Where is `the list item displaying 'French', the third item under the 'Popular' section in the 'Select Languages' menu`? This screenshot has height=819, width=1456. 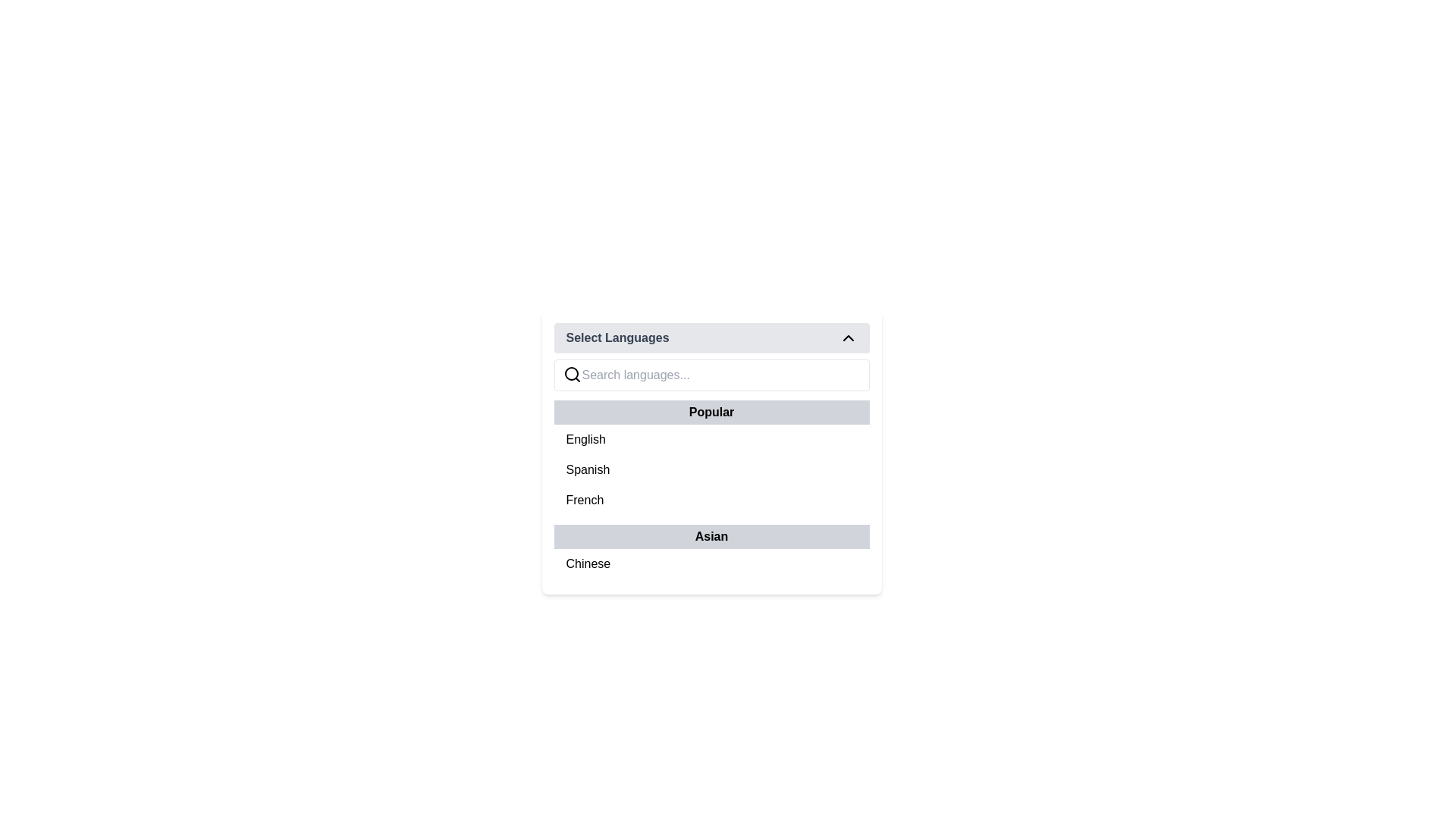 the list item displaying 'French', the third item under the 'Popular' section in the 'Select Languages' menu is located at coordinates (711, 500).